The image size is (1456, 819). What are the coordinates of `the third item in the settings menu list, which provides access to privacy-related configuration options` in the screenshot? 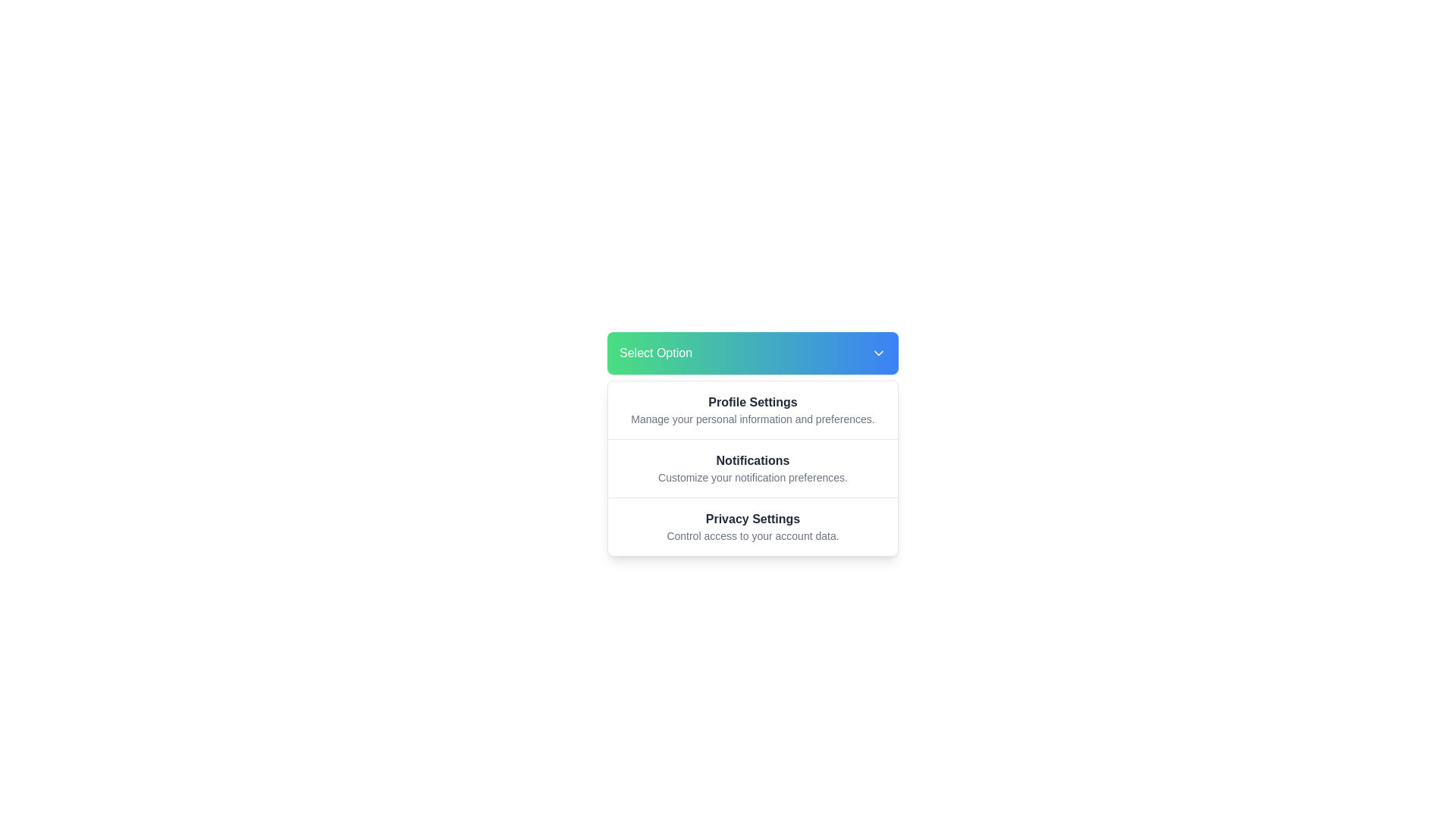 It's located at (753, 526).